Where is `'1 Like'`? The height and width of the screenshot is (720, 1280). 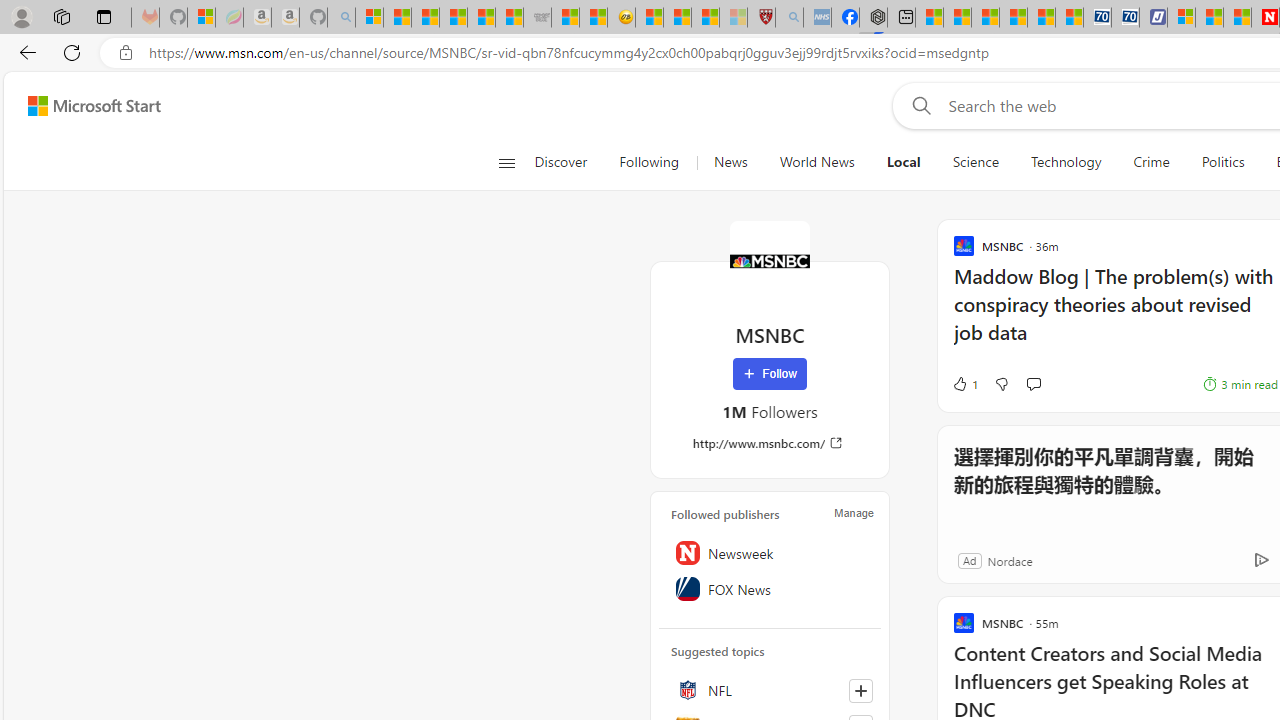 '1 Like' is located at coordinates (964, 384).